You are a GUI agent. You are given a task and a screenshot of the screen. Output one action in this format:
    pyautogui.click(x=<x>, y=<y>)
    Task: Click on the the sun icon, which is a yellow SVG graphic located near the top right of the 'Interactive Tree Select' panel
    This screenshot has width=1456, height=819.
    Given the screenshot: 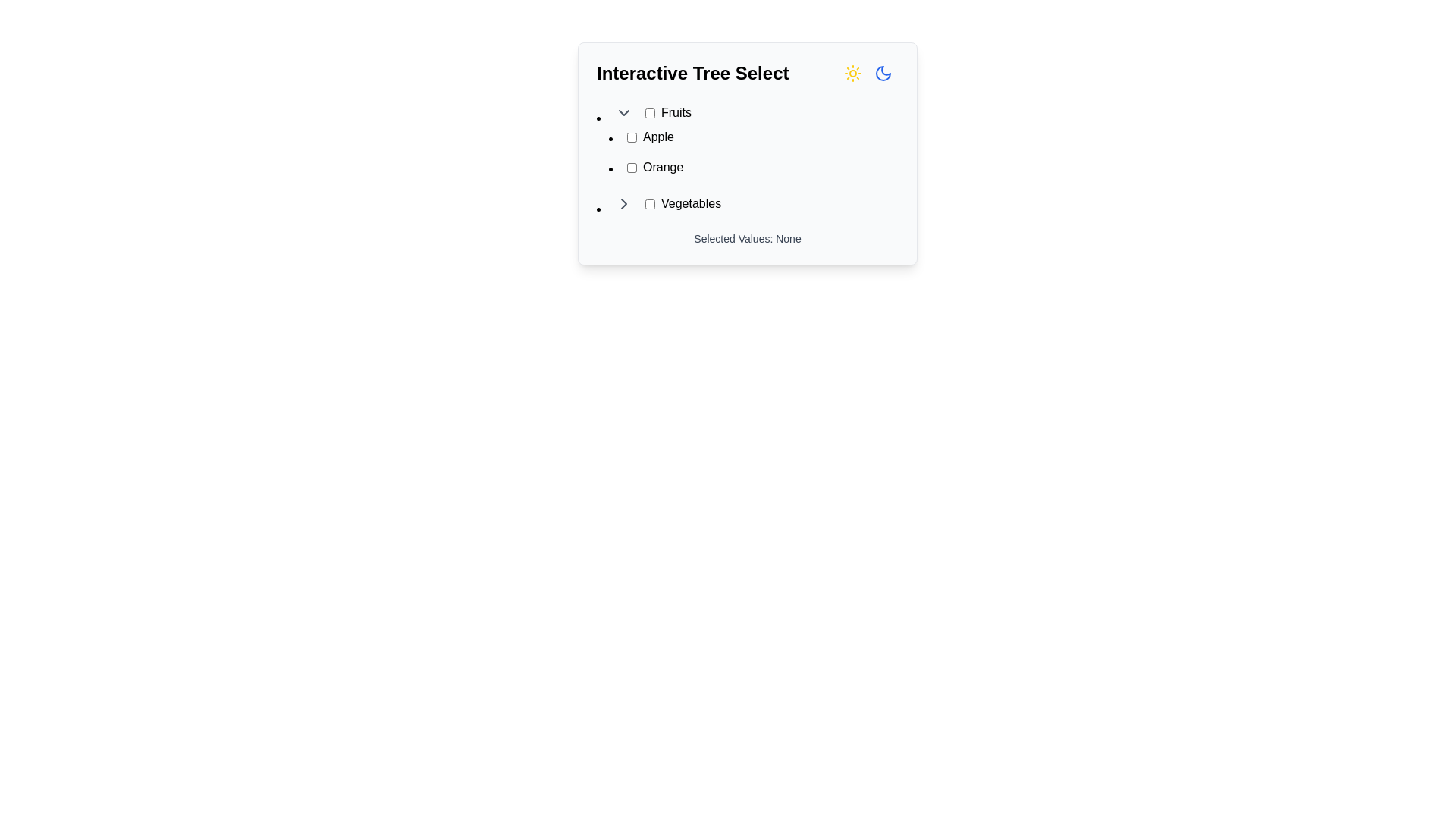 What is the action you would take?
    pyautogui.click(x=852, y=73)
    